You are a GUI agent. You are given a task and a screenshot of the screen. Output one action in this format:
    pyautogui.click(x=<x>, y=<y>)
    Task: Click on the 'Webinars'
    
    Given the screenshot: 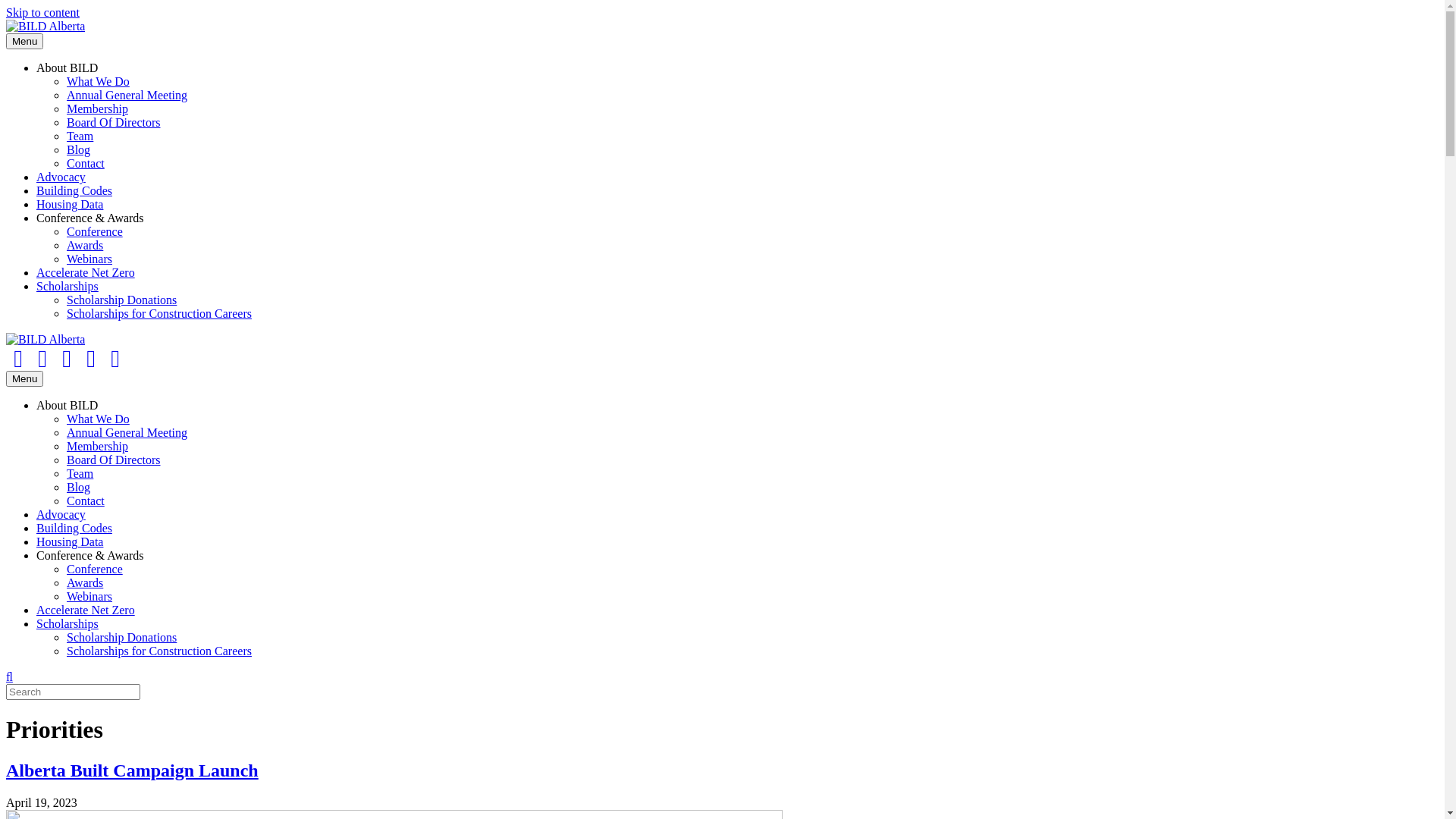 What is the action you would take?
    pyautogui.click(x=89, y=595)
    